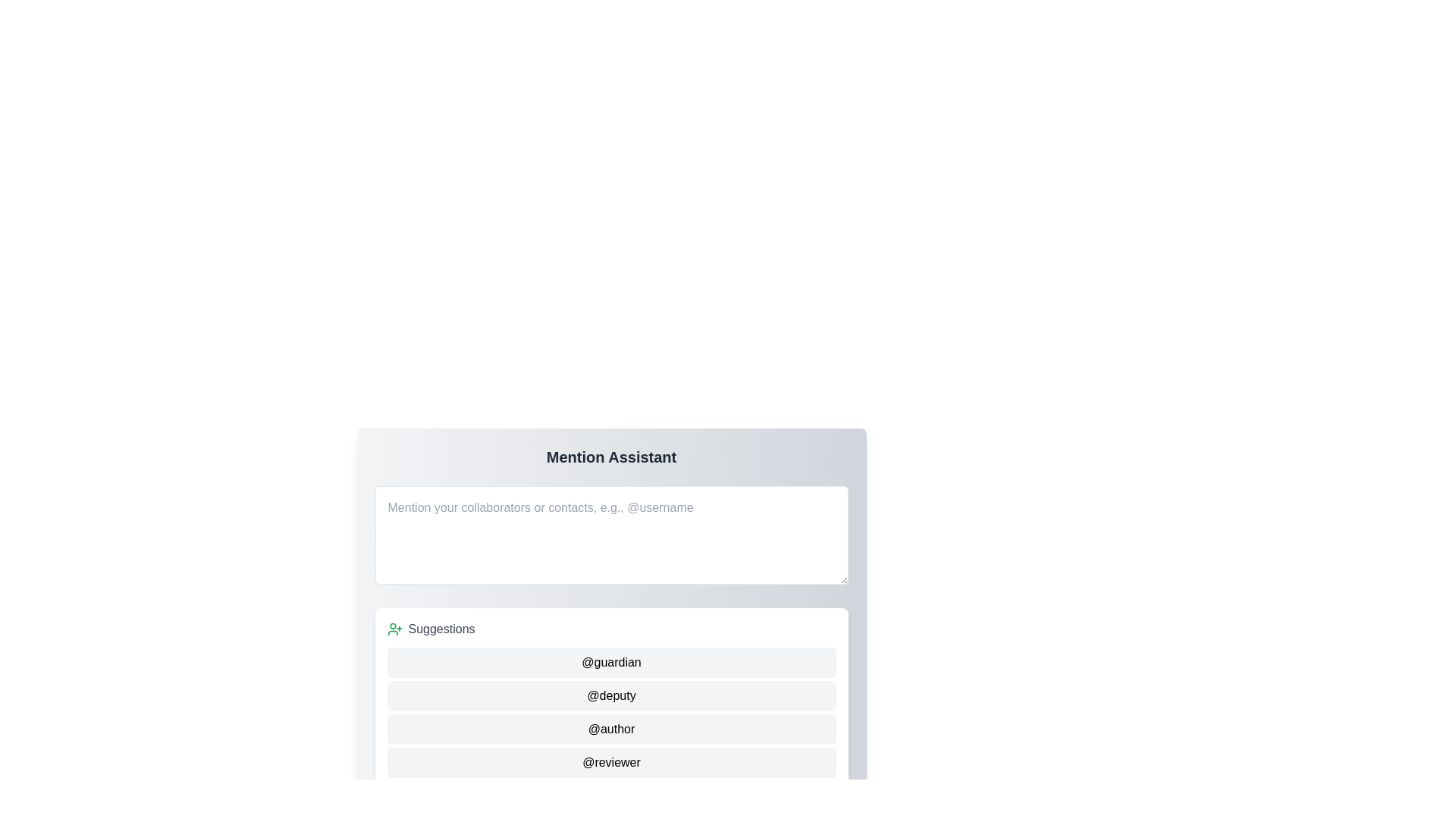 This screenshot has height=819, width=1456. Describe the element at coordinates (611, 696) in the screenshot. I see `to select the option '@deputy' in the Suggestions list of the Mention Assistant dropdown interface` at that location.